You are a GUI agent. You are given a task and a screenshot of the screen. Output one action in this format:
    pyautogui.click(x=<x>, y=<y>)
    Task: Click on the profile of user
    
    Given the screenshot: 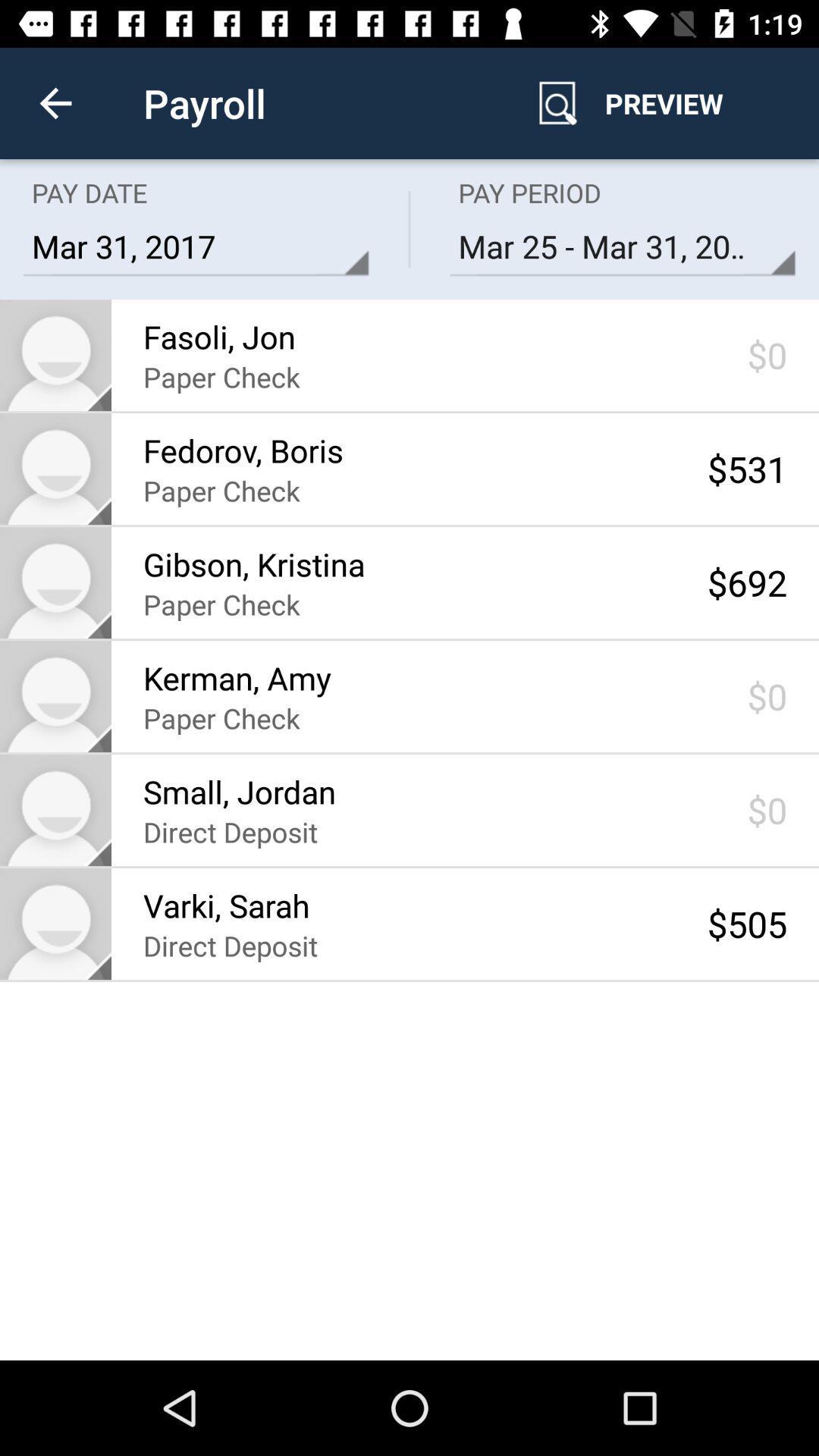 What is the action you would take?
    pyautogui.click(x=55, y=923)
    